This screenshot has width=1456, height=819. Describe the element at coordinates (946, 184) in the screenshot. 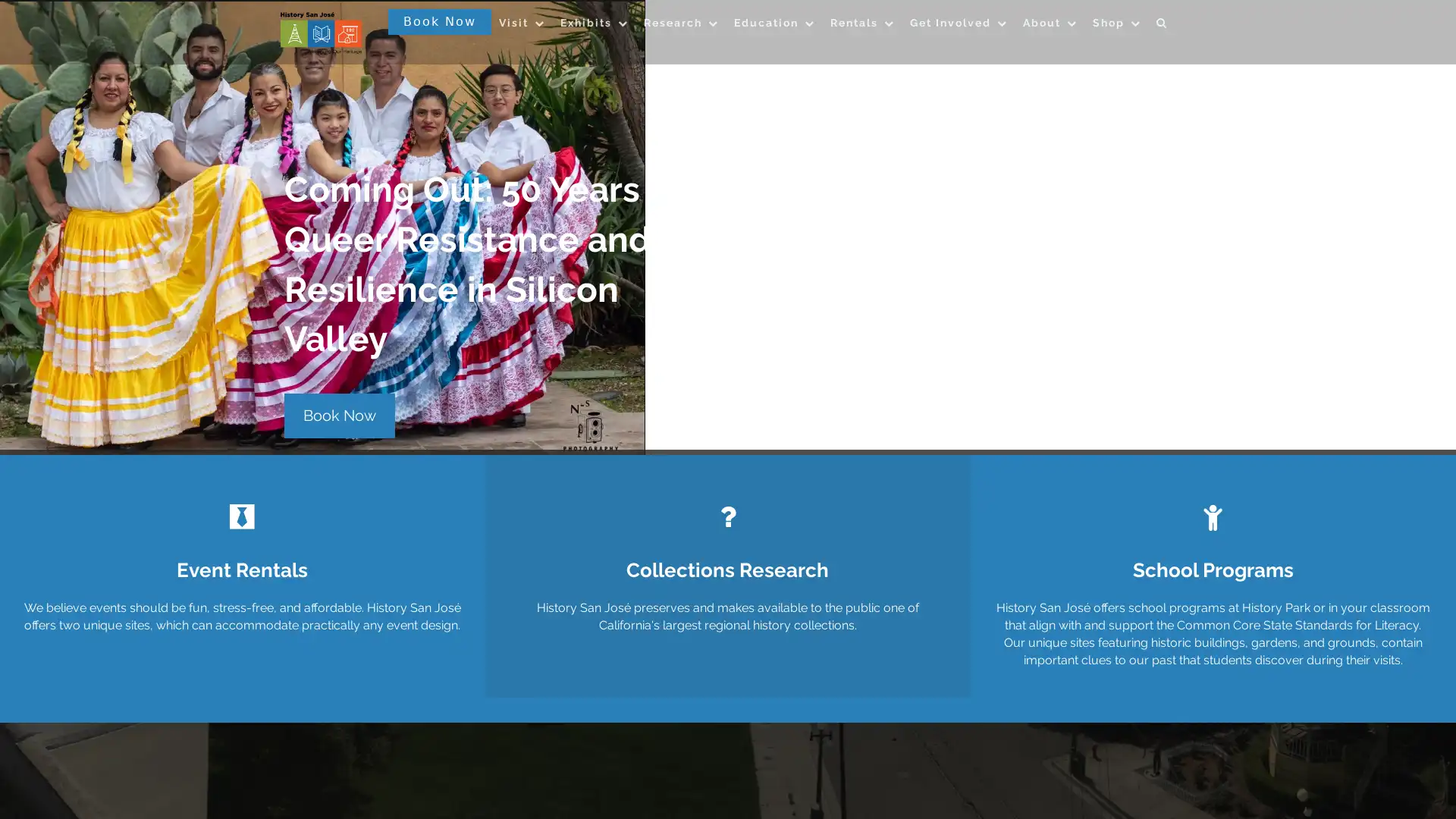

I see `Close` at that location.